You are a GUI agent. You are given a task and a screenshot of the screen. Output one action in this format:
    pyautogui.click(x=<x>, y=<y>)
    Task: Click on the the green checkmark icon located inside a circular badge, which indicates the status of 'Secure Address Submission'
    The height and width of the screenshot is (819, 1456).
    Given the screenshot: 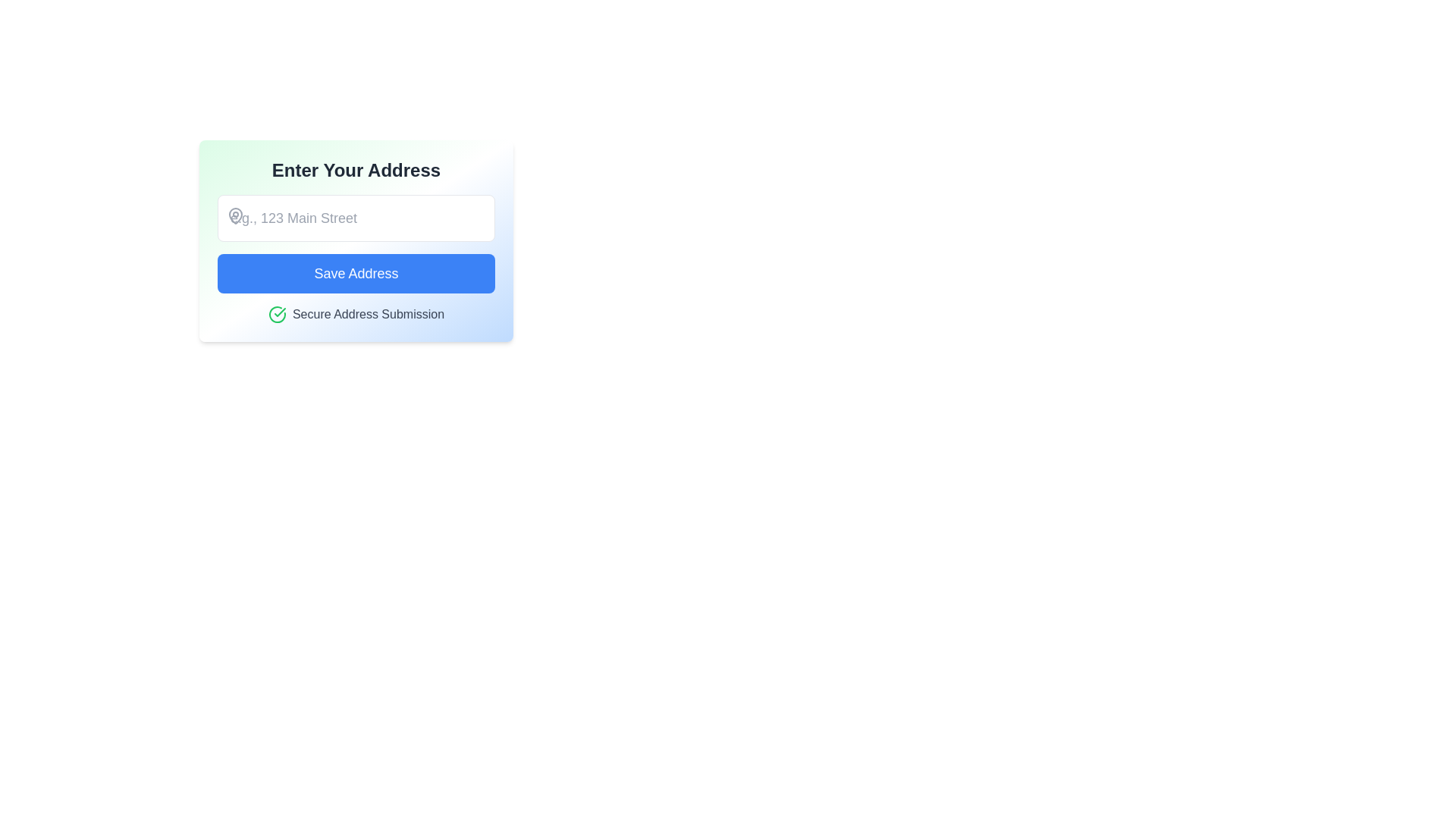 What is the action you would take?
    pyautogui.click(x=280, y=312)
    